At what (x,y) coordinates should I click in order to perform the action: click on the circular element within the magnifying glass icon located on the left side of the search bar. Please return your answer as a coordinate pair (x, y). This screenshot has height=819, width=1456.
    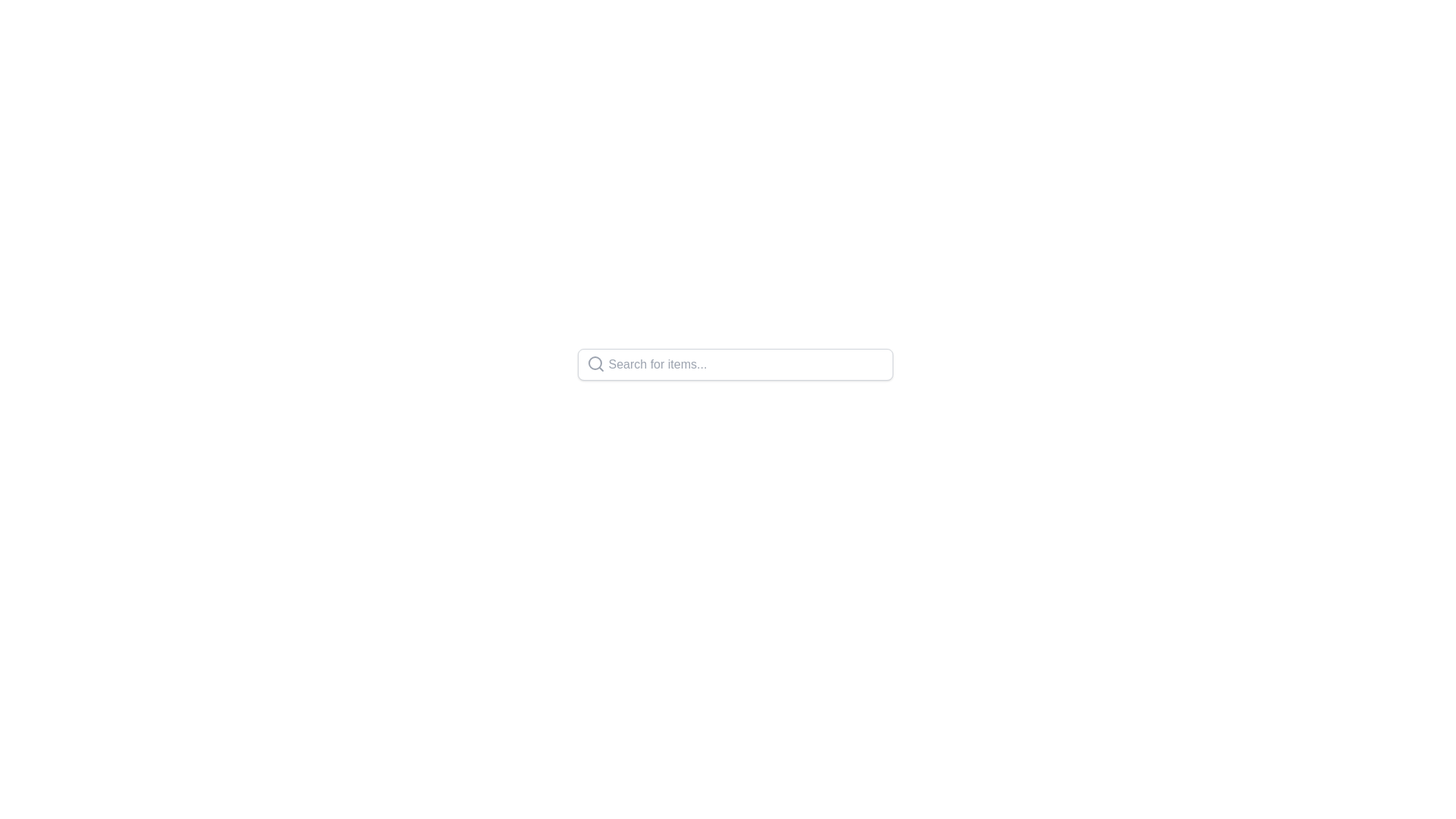
    Looking at the image, I should click on (594, 362).